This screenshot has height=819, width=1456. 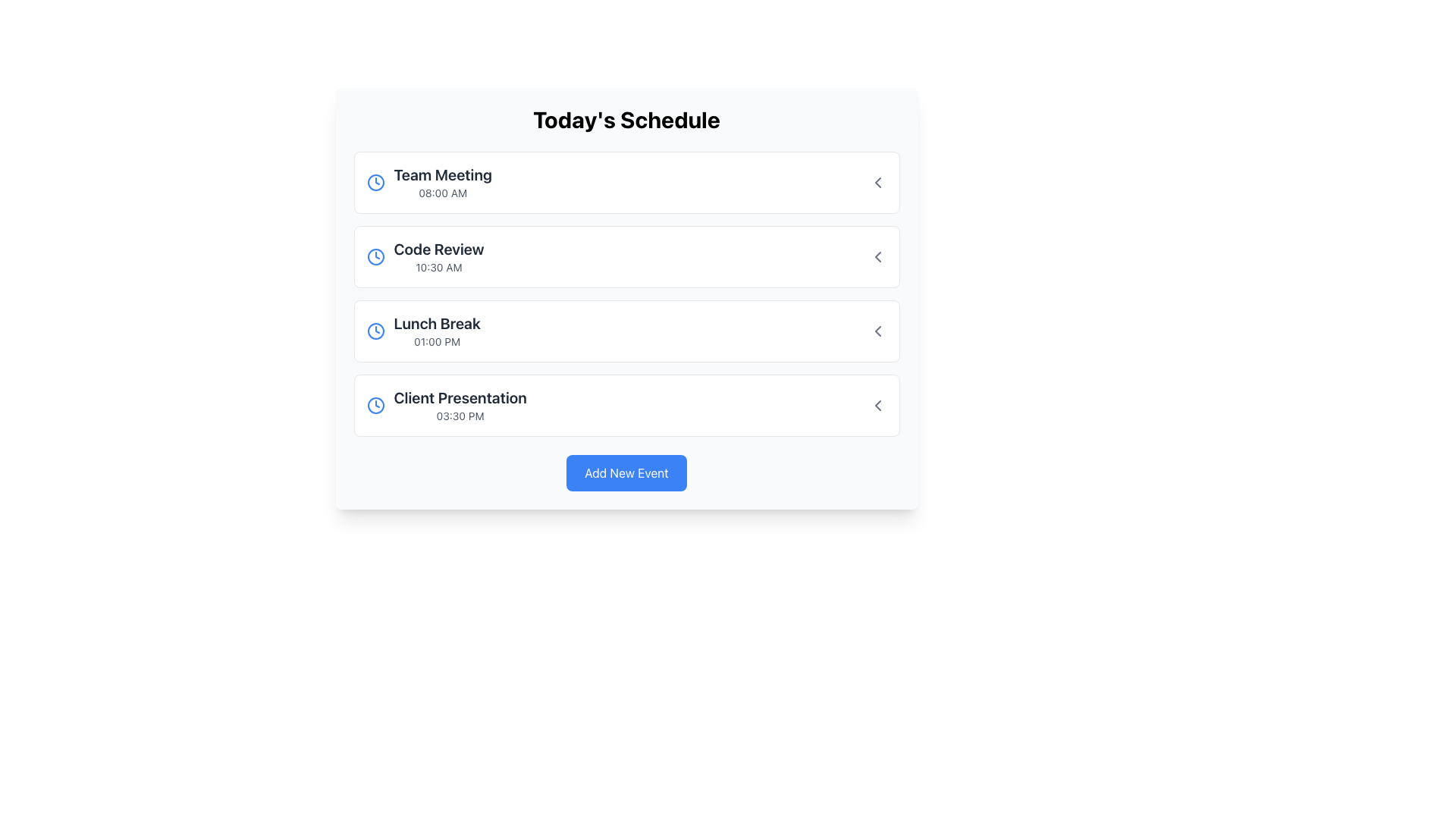 I want to click on the leftwards chevron arrow icon button, which is part of the 'Code Review' entry in the second row of icons, so click(x=877, y=256).